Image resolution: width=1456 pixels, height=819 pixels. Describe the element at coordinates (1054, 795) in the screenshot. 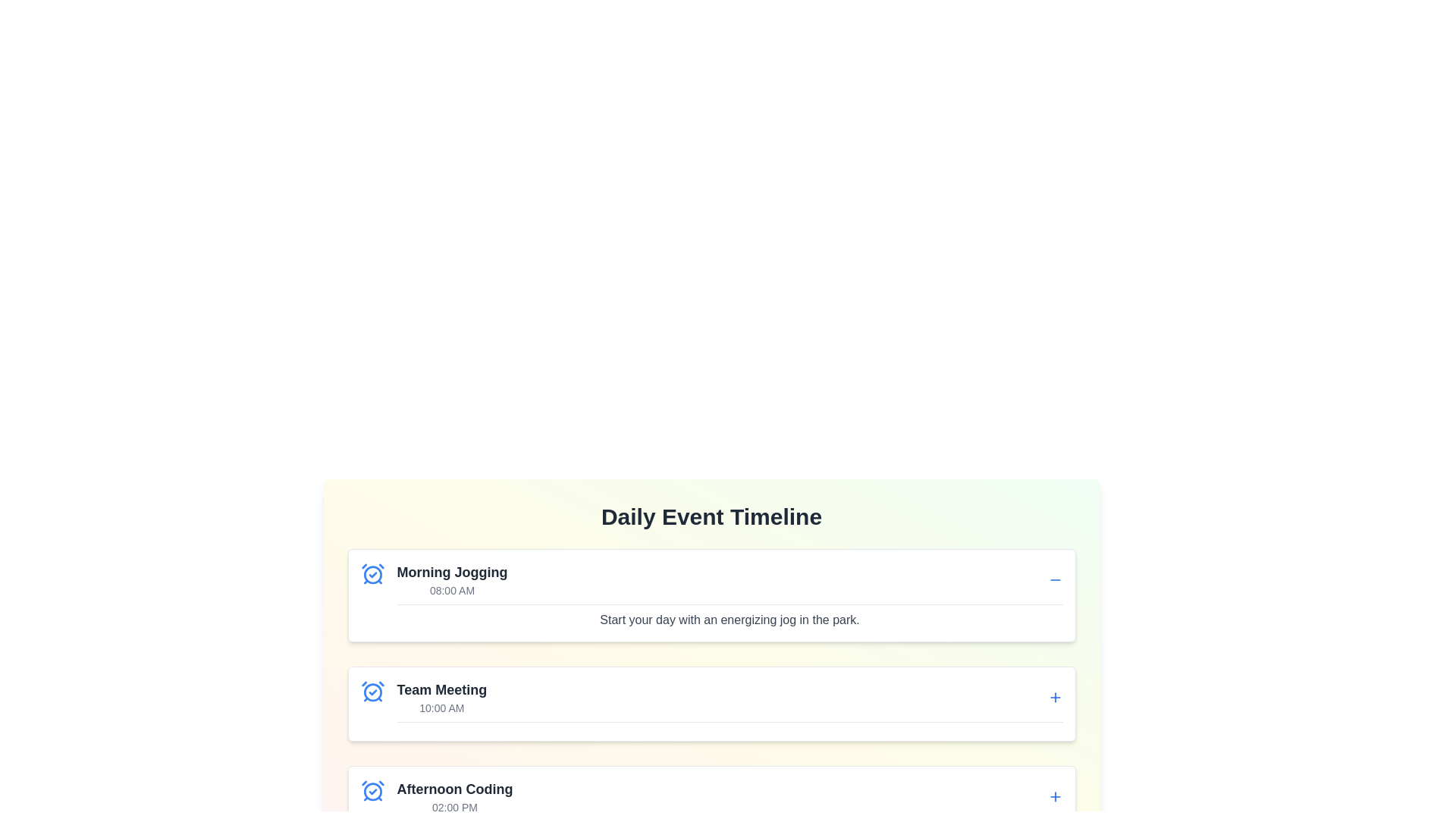

I see `the action button for adding more details to the 'Afternoon Coding' event located on the bottom row of the 'Daily Event Timeline' section, positioned on the far right side` at that location.